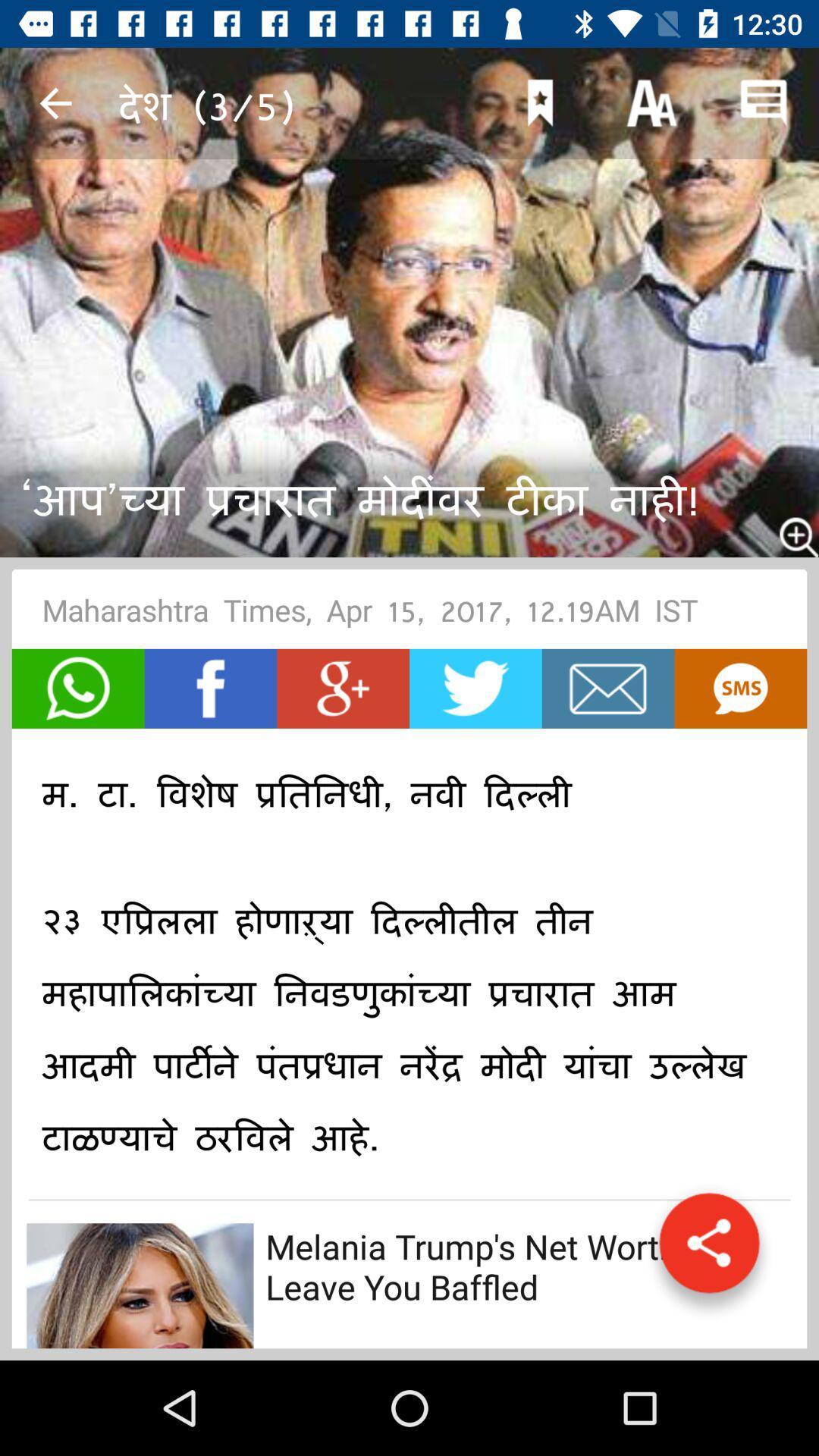  I want to click on tweet article, so click(475, 688).